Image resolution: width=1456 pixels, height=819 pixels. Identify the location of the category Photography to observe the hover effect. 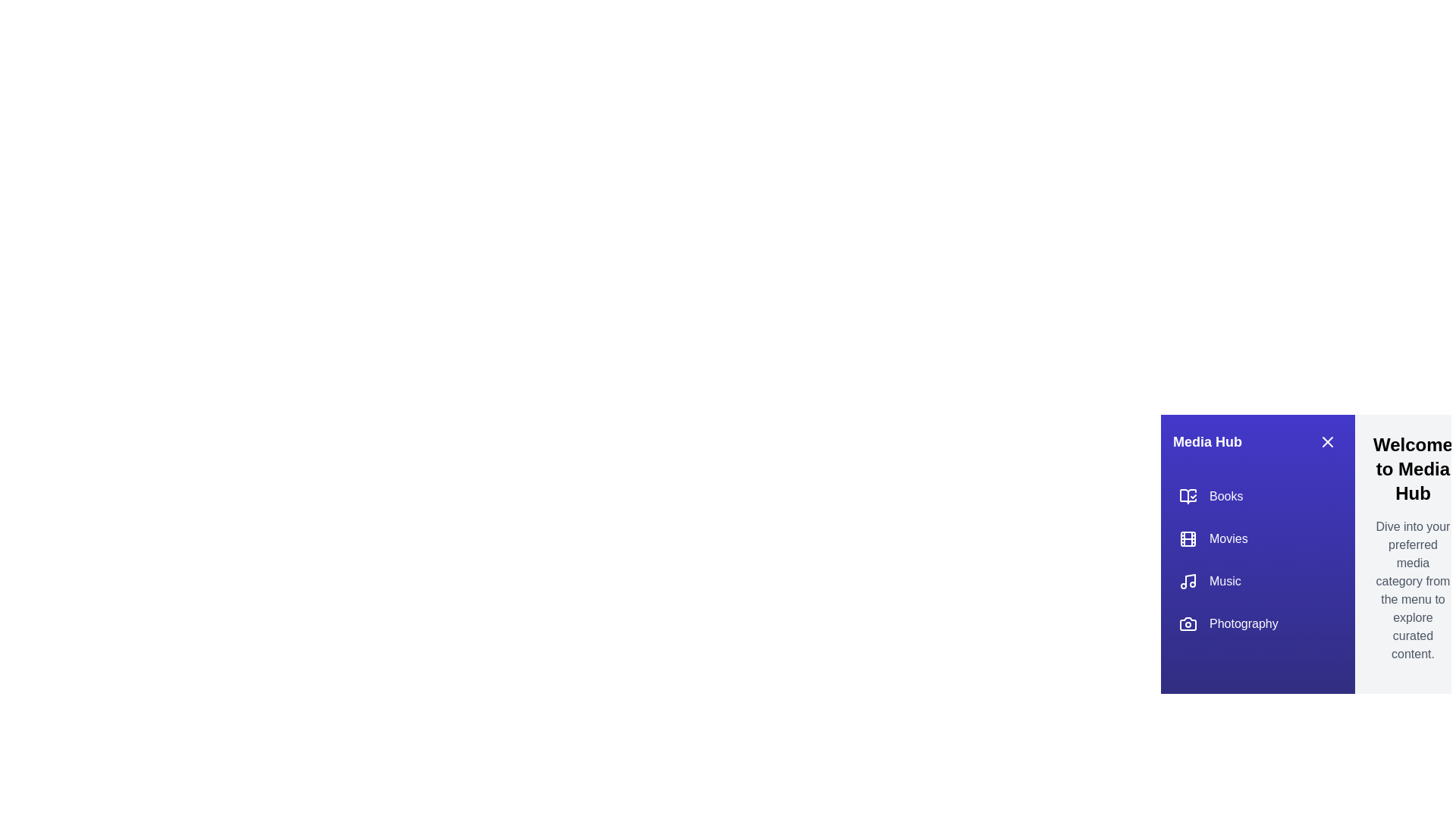
(1258, 623).